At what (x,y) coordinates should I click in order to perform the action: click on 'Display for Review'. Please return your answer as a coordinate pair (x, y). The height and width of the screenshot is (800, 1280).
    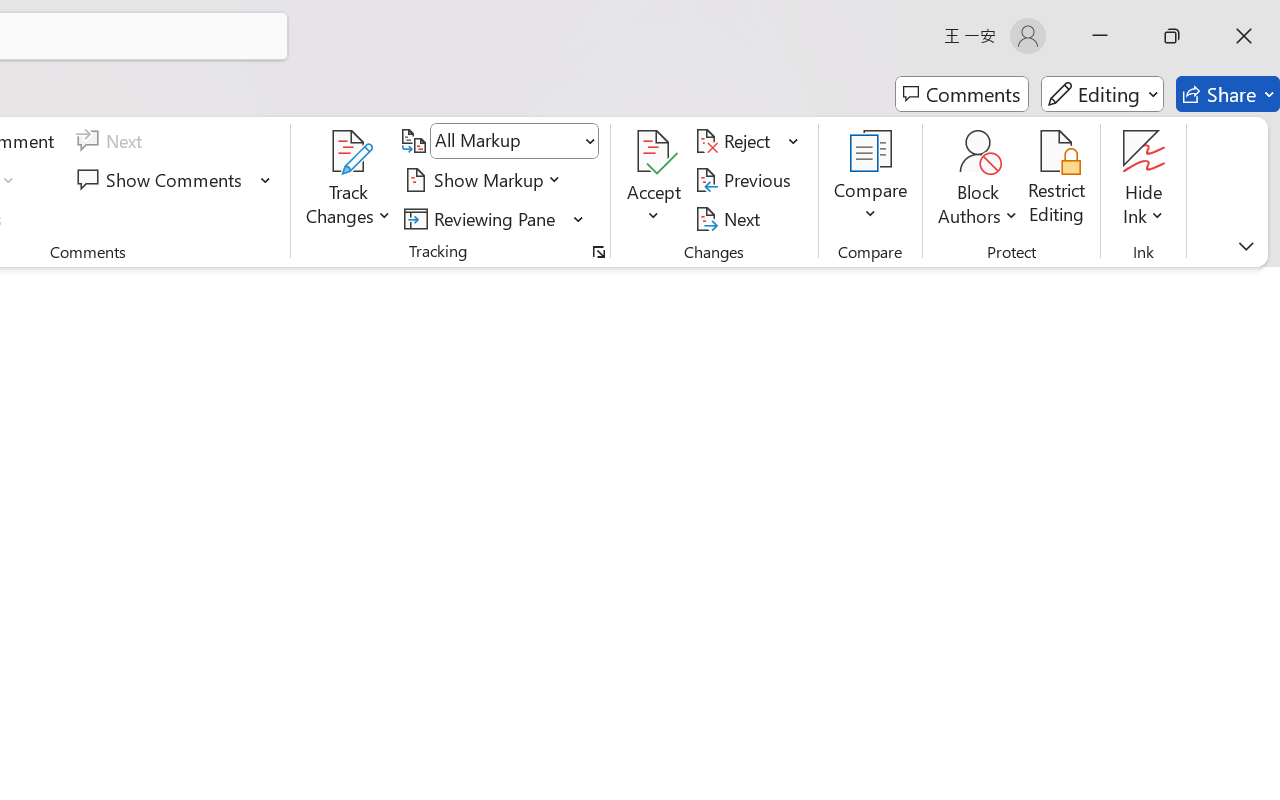
    Looking at the image, I should click on (514, 141).